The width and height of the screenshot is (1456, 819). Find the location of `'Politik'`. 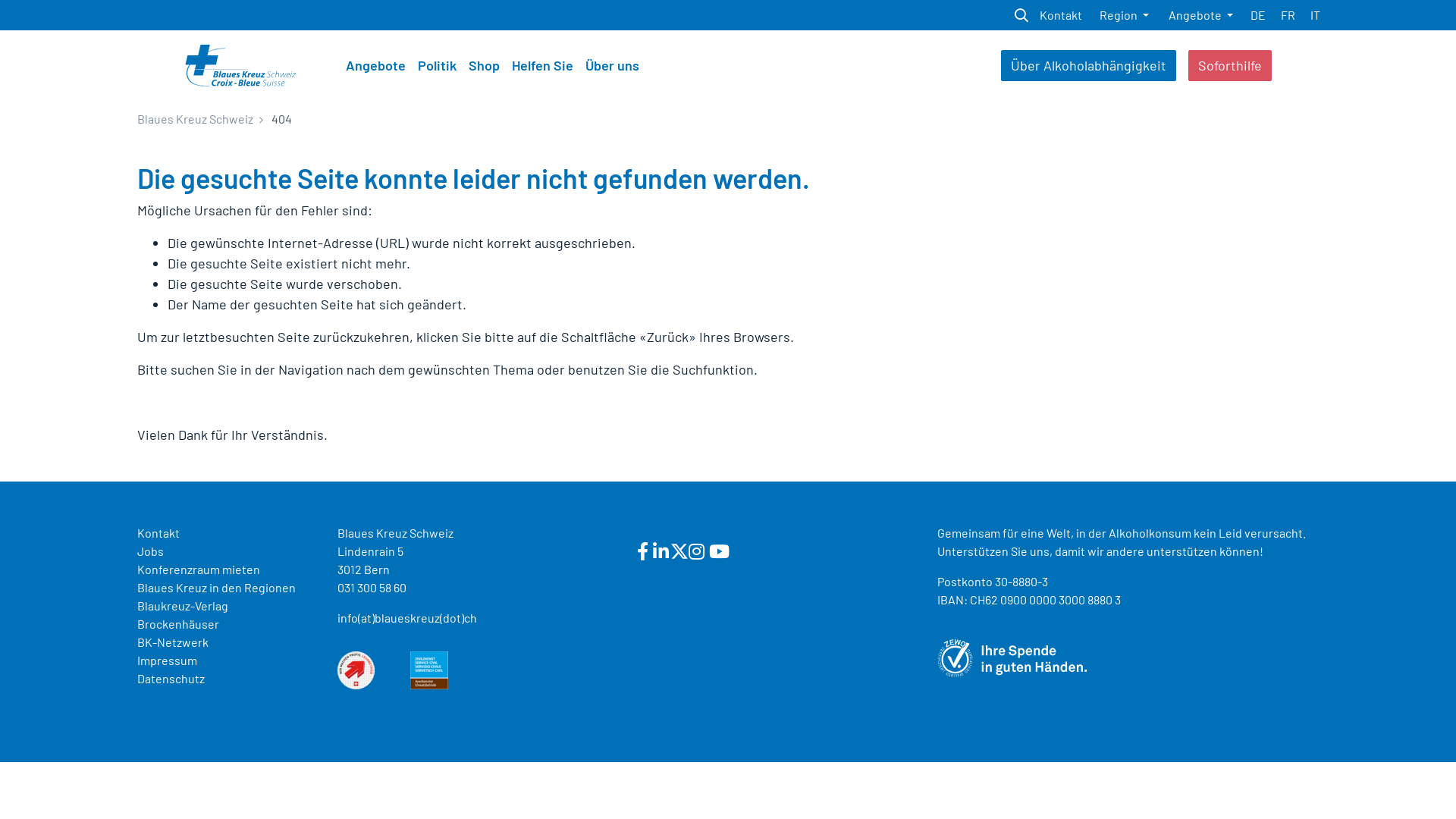

'Politik' is located at coordinates (411, 64).